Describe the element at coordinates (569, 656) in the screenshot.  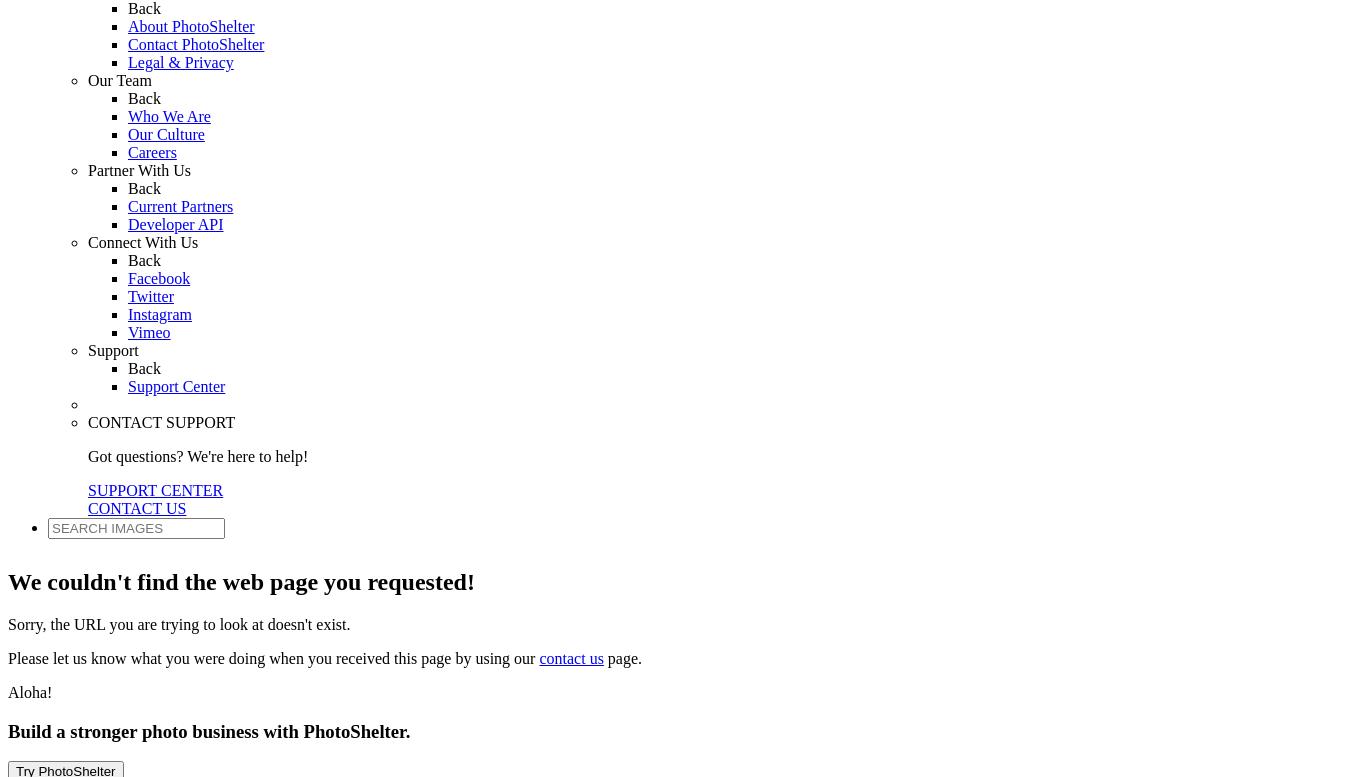
I see `'contact us'` at that location.